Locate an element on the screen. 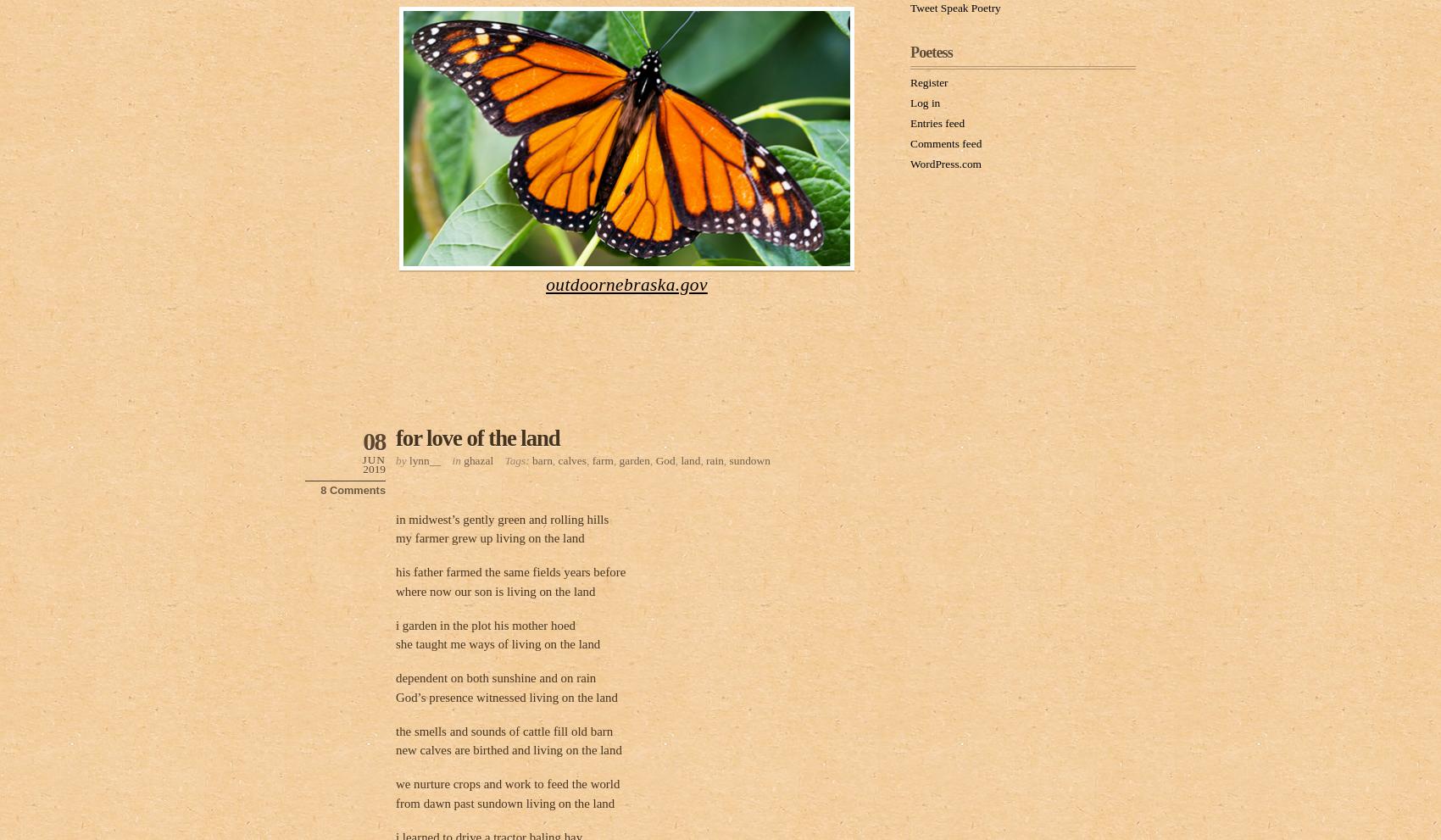  'by' is located at coordinates (402, 459).